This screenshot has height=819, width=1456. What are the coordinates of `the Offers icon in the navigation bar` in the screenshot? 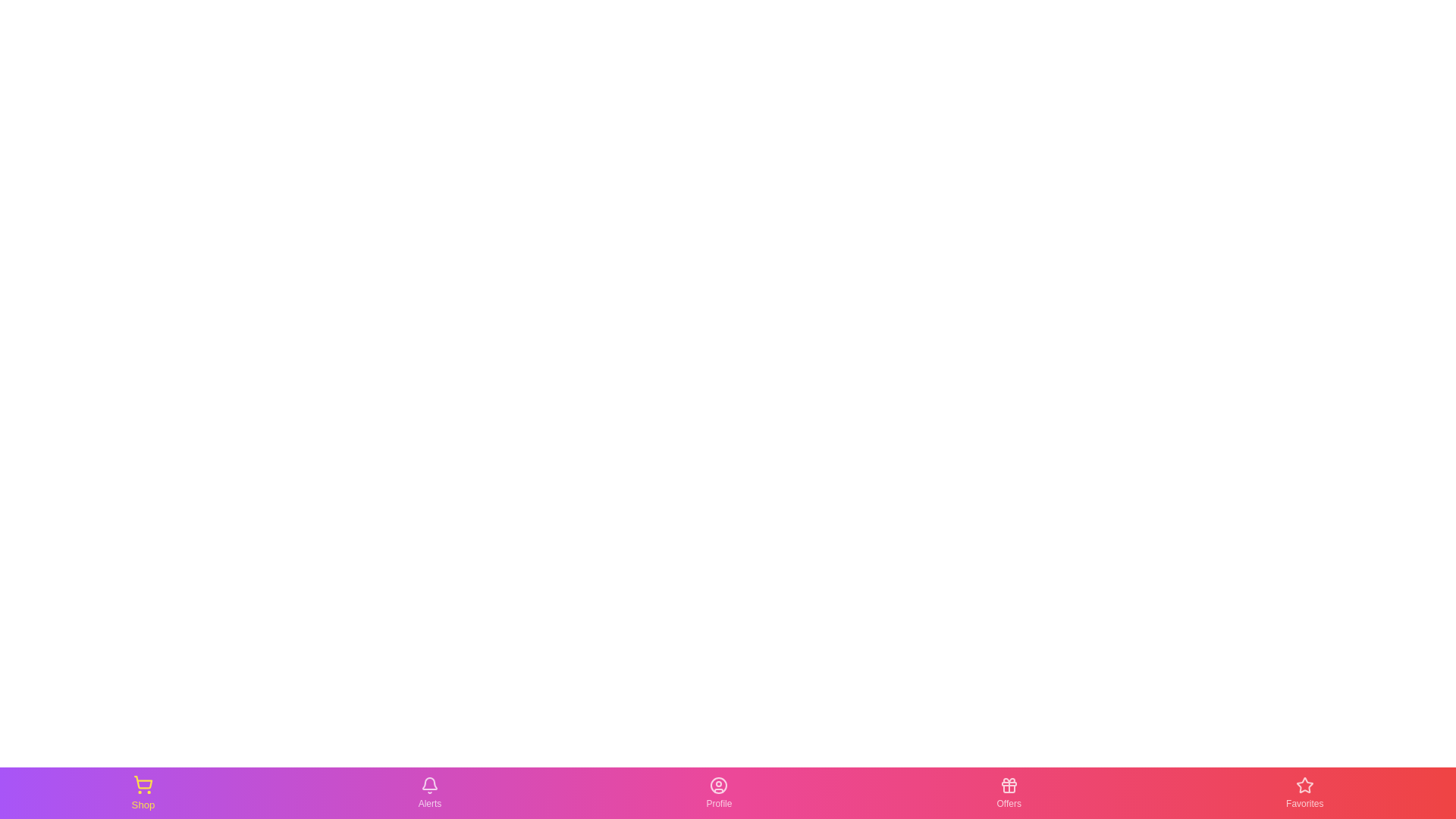 It's located at (1009, 792).